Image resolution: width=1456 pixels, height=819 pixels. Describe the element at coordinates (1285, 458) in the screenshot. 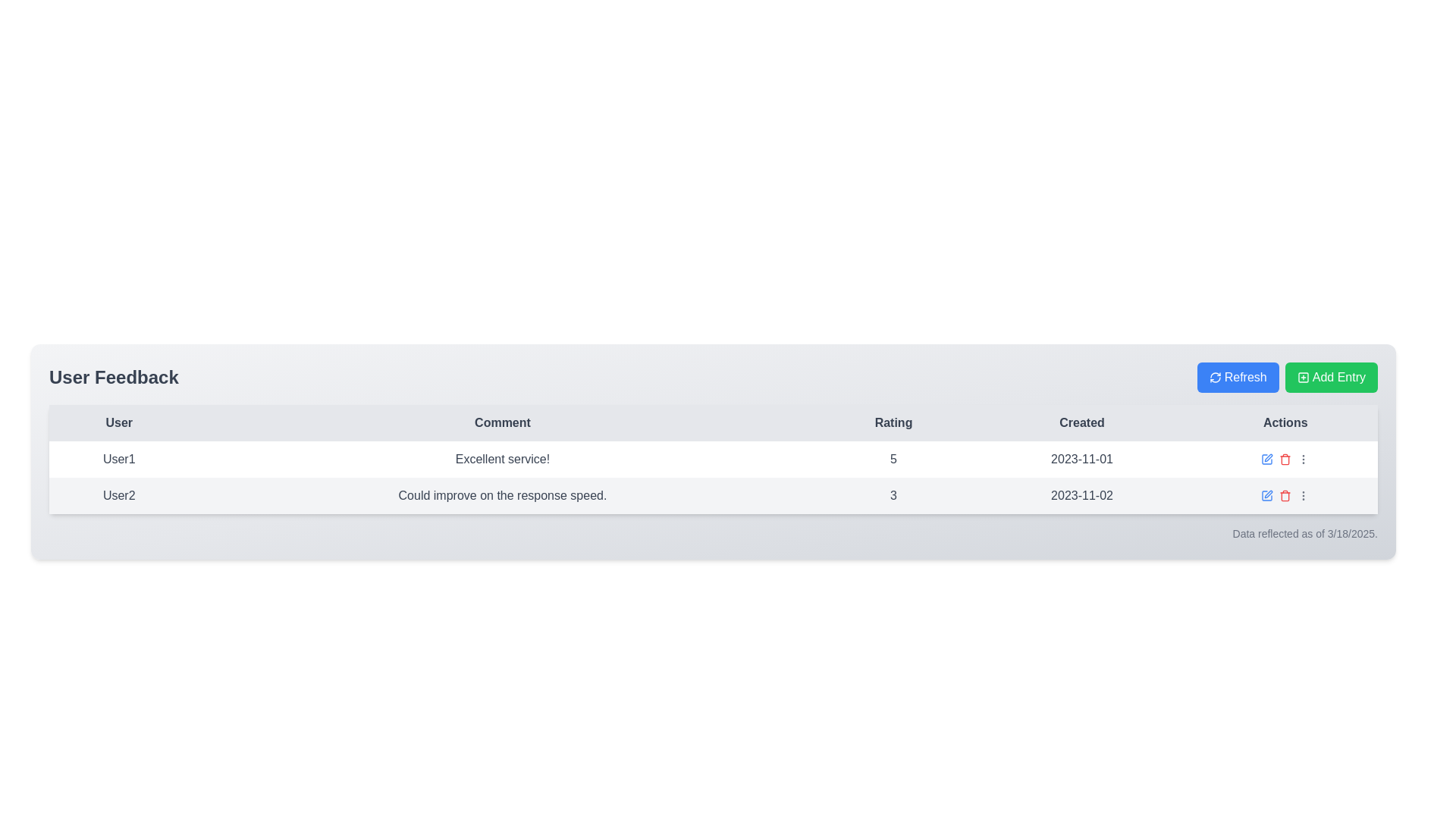

I see `the red trash icon button in the actions column of the second row of the feedback table, which is associated with delete actions` at that location.